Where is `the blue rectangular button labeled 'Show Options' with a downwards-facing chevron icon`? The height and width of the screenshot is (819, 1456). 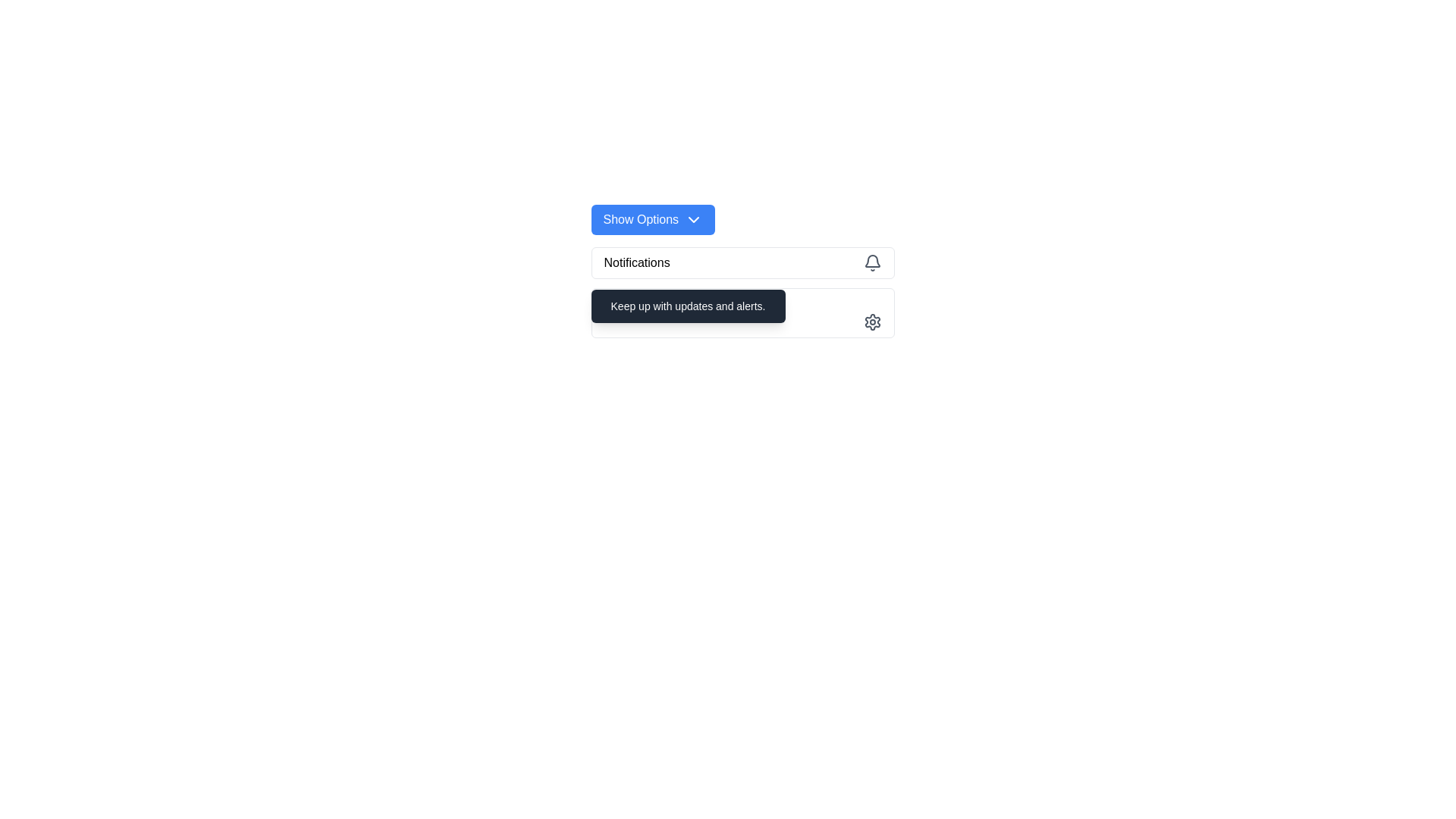 the blue rectangular button labeled 'Show Options' with a downwards-facing chevron icon is located at coordinates (653, 219).